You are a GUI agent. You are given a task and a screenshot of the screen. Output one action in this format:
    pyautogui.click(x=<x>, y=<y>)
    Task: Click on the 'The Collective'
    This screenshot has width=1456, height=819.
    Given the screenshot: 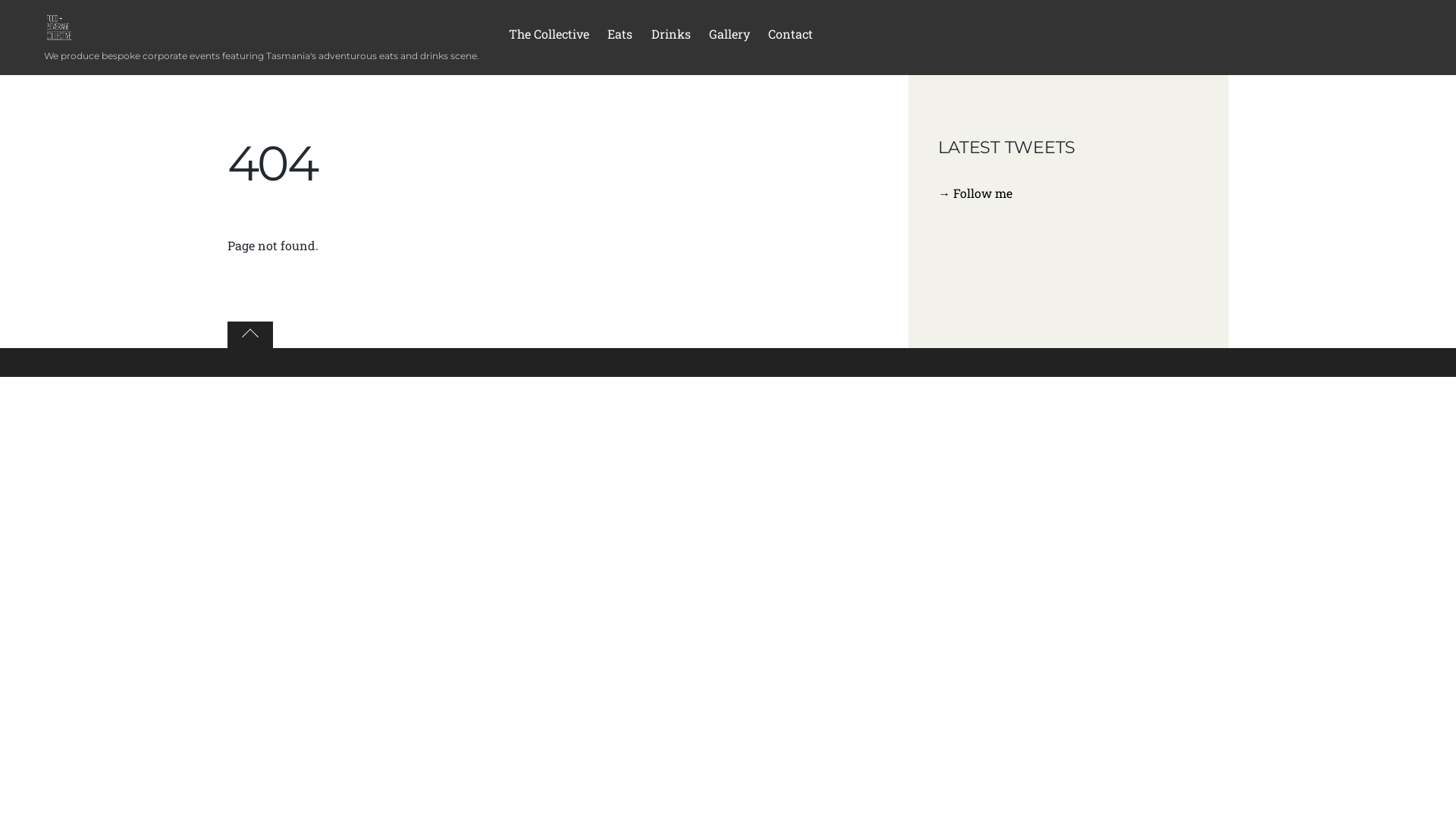 What is the action you would take?
    pyautogui.click(x=548, y=36)
    